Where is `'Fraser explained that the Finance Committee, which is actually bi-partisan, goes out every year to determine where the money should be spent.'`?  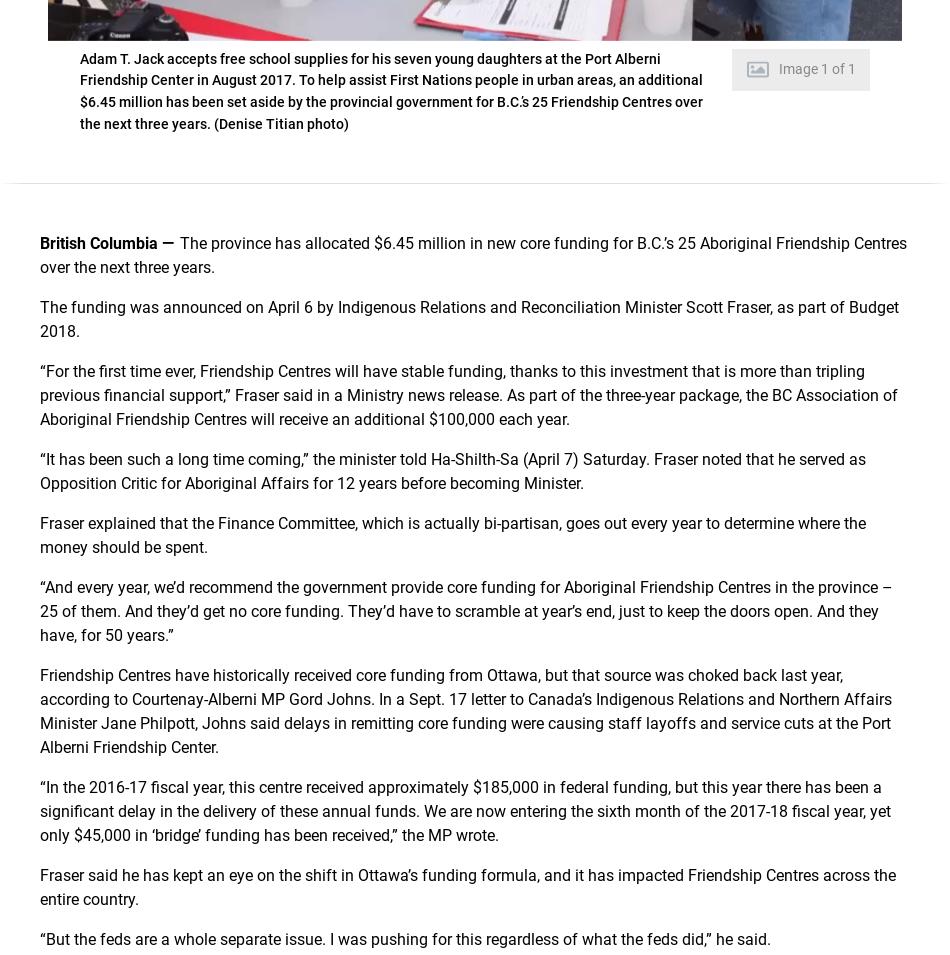 'Fraser explained that the Finance Committee, which is actually bi-partisan, goes out every year to determine where the money should be spent.' is located at coordinates (451, 535).